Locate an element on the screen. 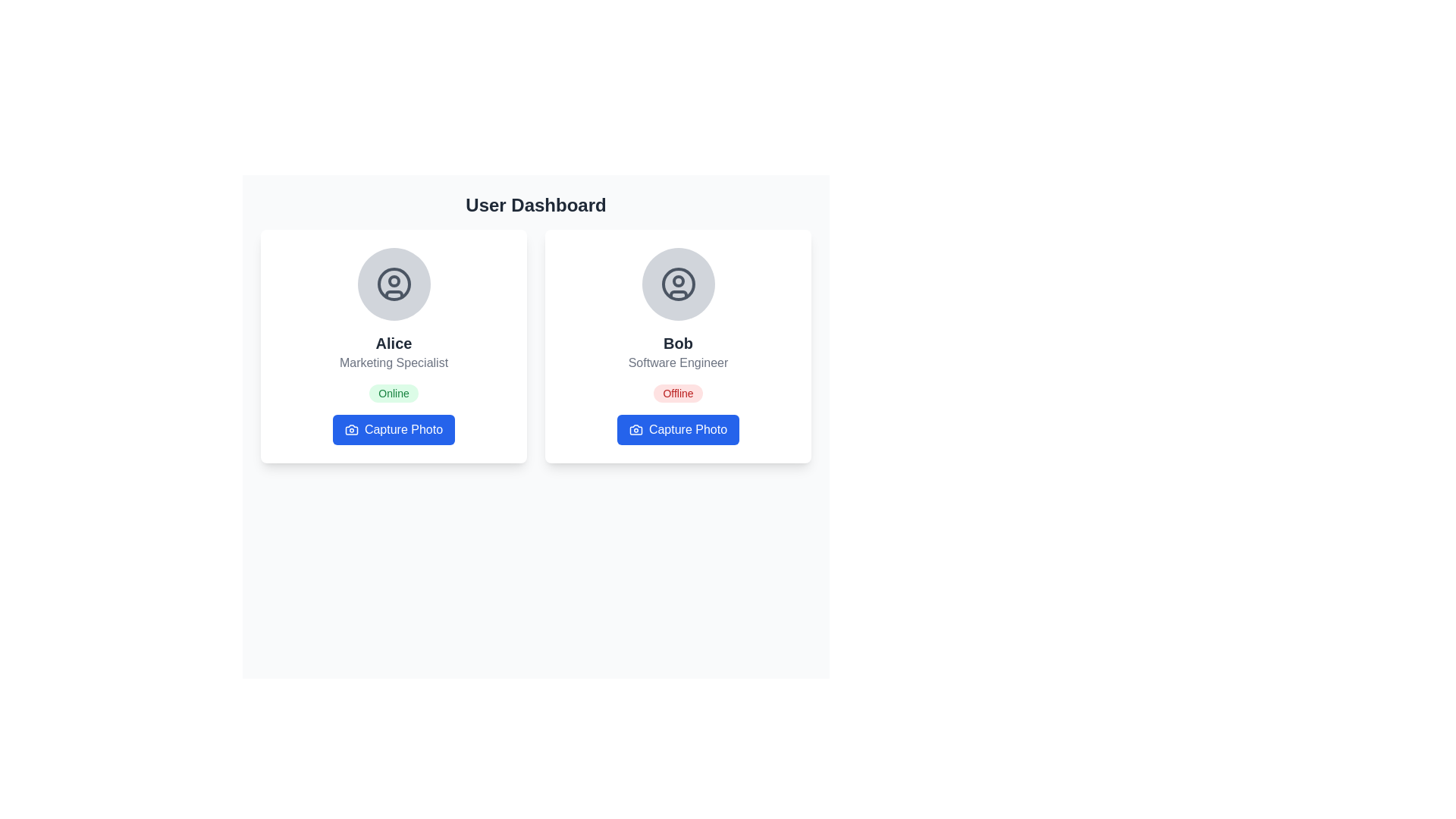  the camera icon located within the blue 'Capture Photo' button, positioned below the 'Alice' card in the 'User Dashboard' is located at coordinates (350, 430).